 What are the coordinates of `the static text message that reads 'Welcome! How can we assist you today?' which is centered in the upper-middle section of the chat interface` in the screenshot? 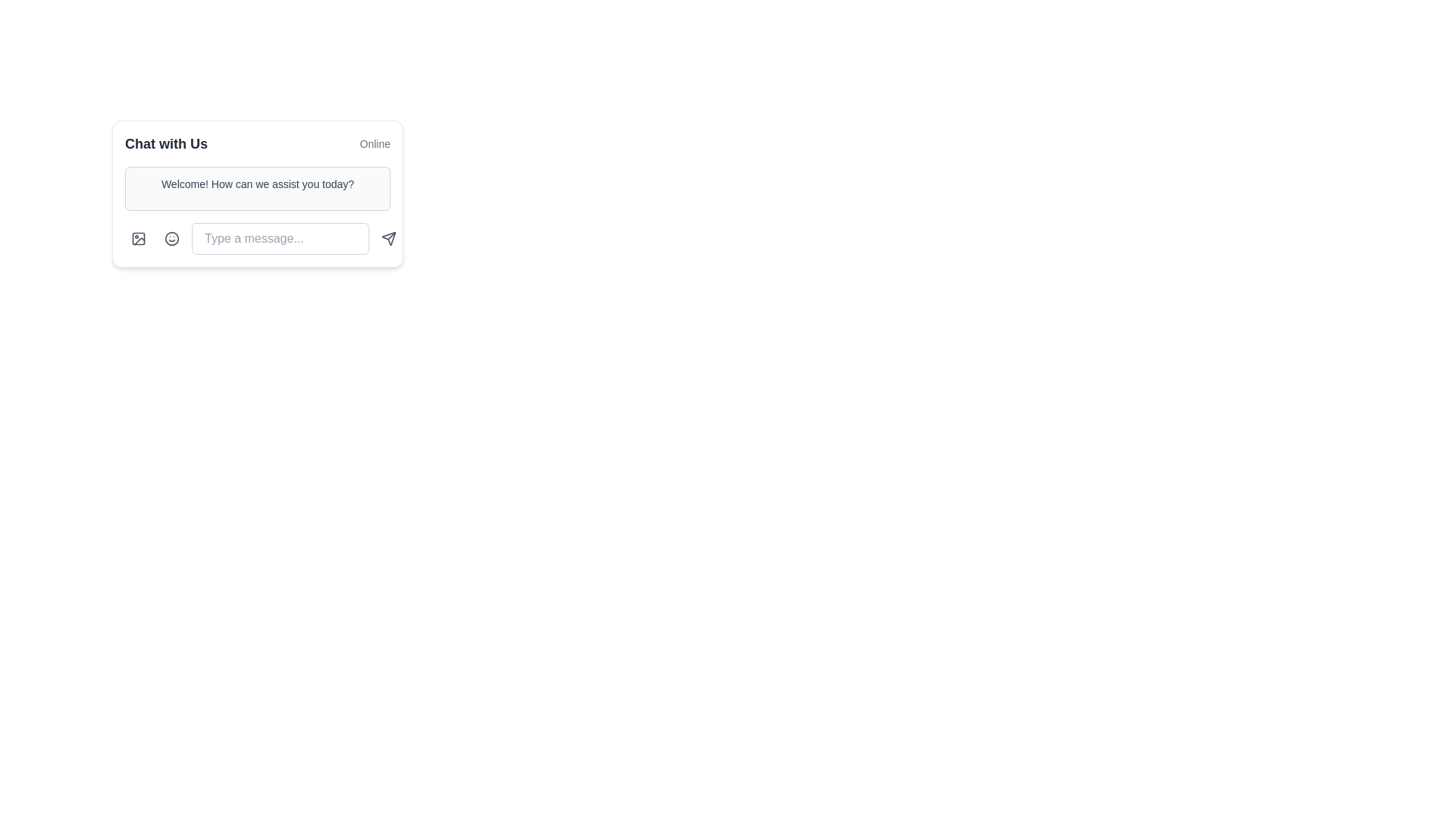 It's located at (258, 184).